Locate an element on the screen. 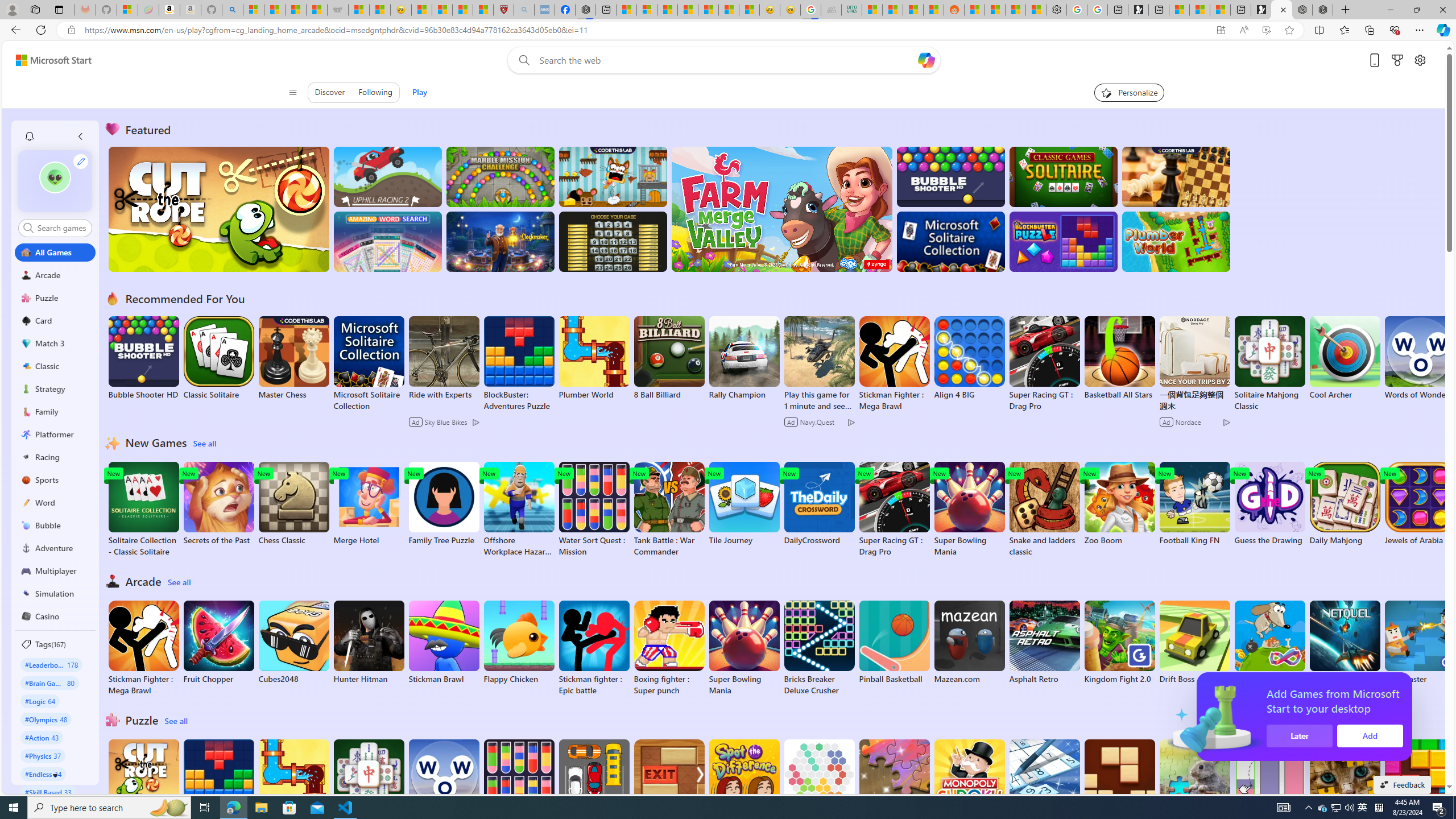  'Combat Siege' is located at coordinates (337, 9).